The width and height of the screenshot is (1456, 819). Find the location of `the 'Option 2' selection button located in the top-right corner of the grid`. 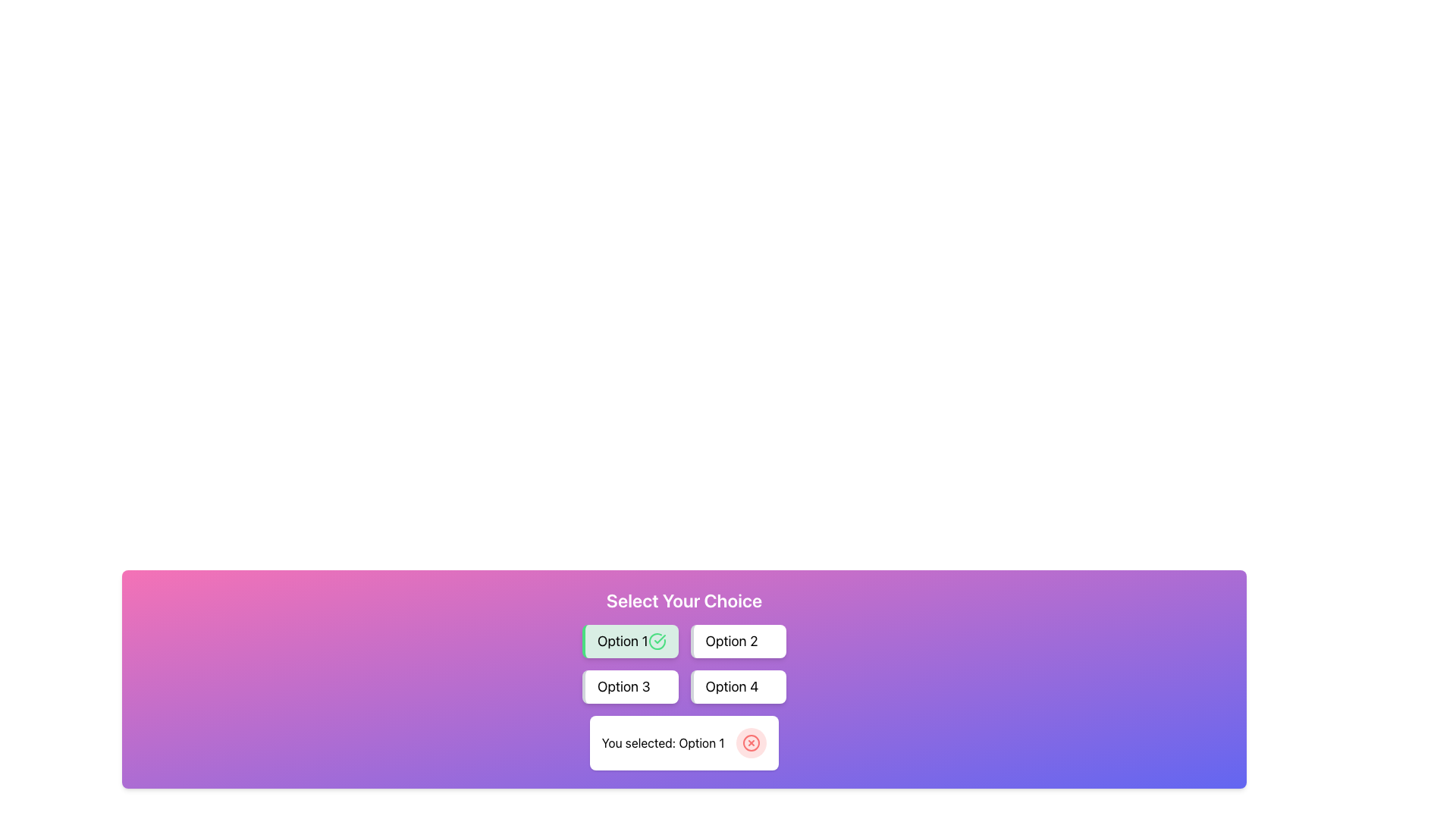

the 'Option 2' selection button located in the top-right corner of the grid is located at coordinates (738, 641).